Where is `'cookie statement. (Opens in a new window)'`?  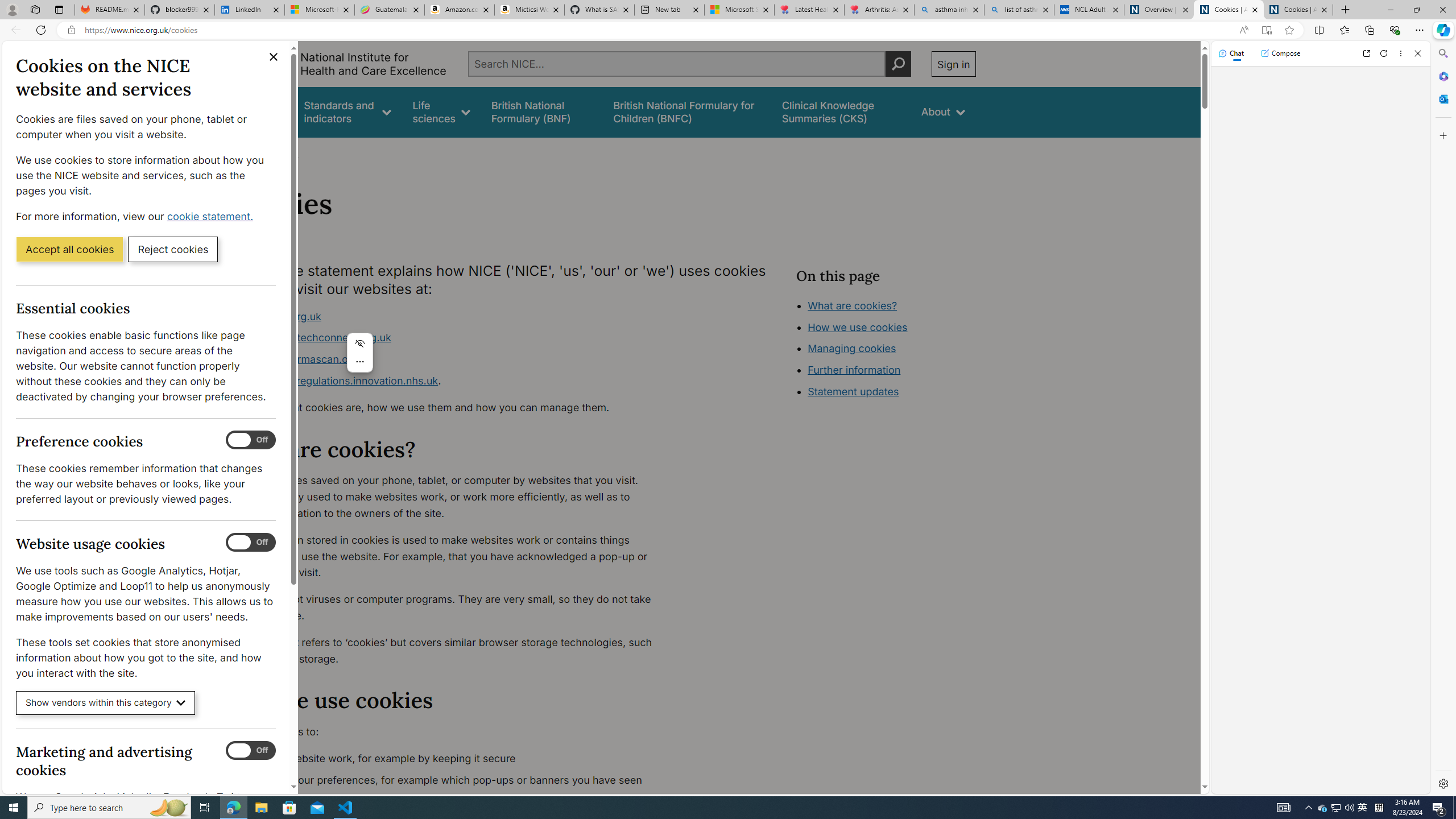 'cookie statement. (Opens in a new window)' is located at coordinates (211, 216).